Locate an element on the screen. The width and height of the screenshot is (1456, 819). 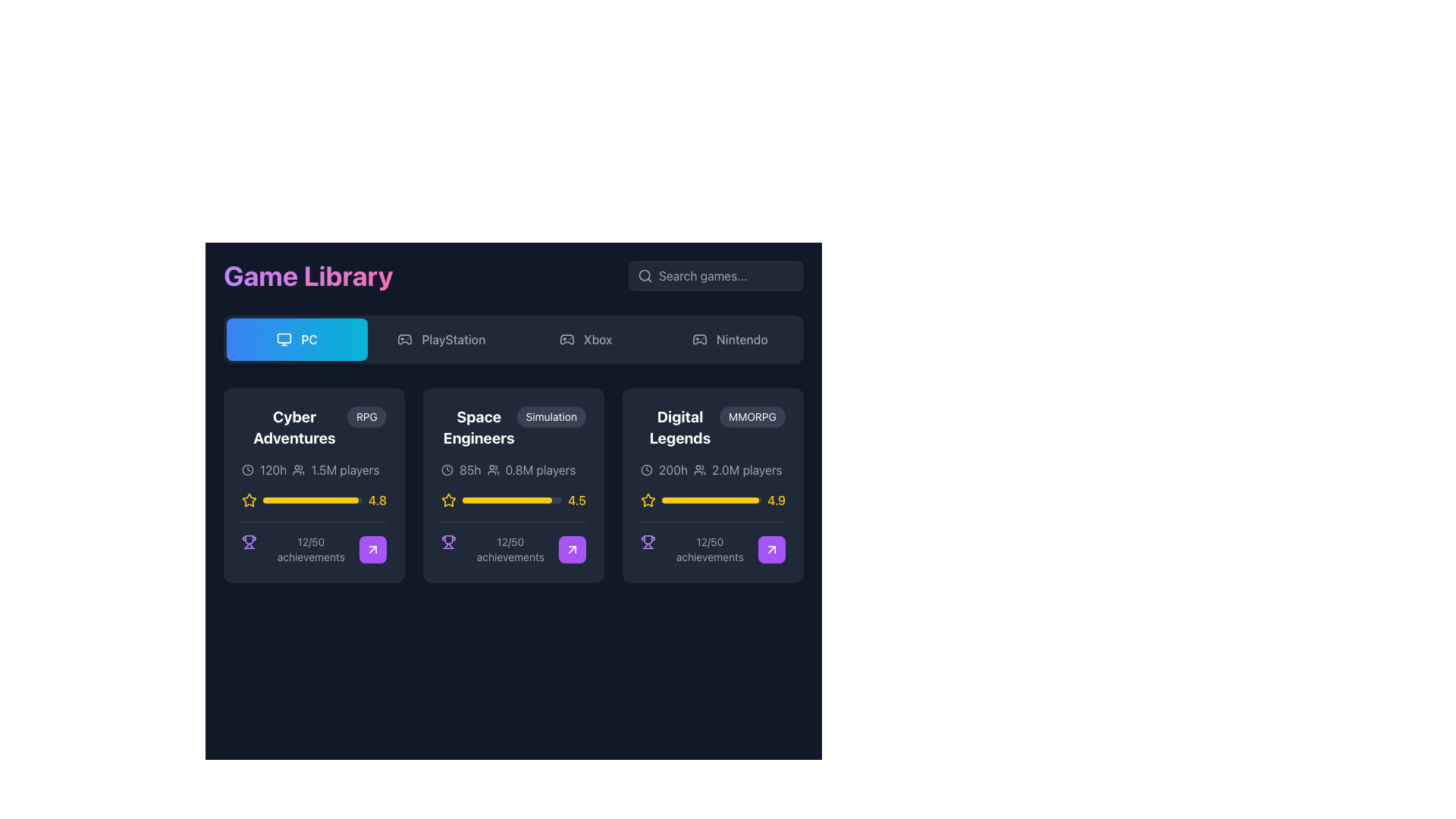
the clock icon, which is a thin, circular outline with two hands, located within the '120h' text block of the 'Cyber Adventures' card, near the top-left of the card's description is located at coordinates (247, 469).